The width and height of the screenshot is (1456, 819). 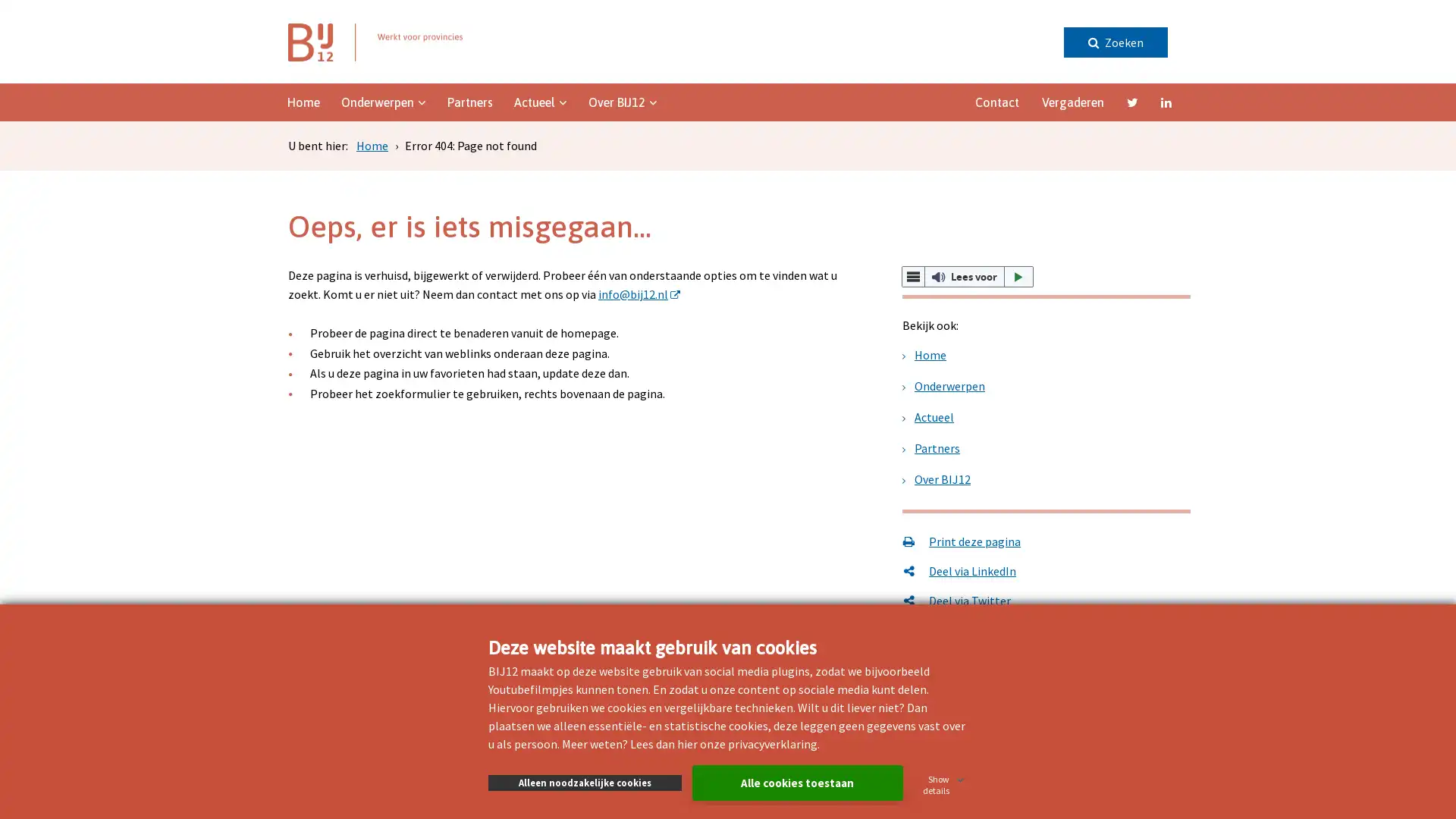 I want to click on ReadSpeaker webReader: Luister met webReader, so click(x=967, y=277).